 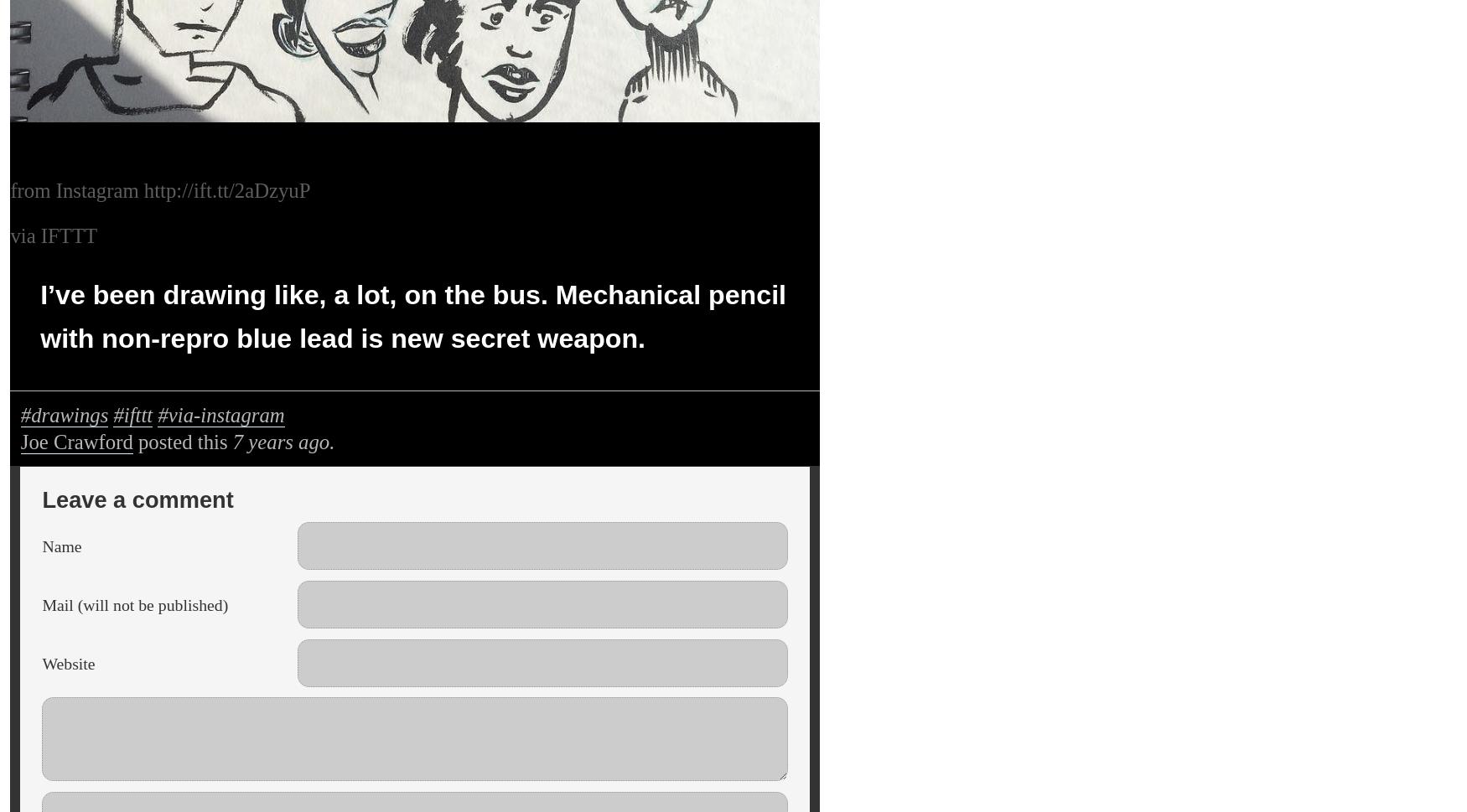 I want to click on 'I’ve been drawing like, a lot, on the bus. Mechanical pencil with non-repro blue lead is new secret weapon.', so click(x=412, y=316).